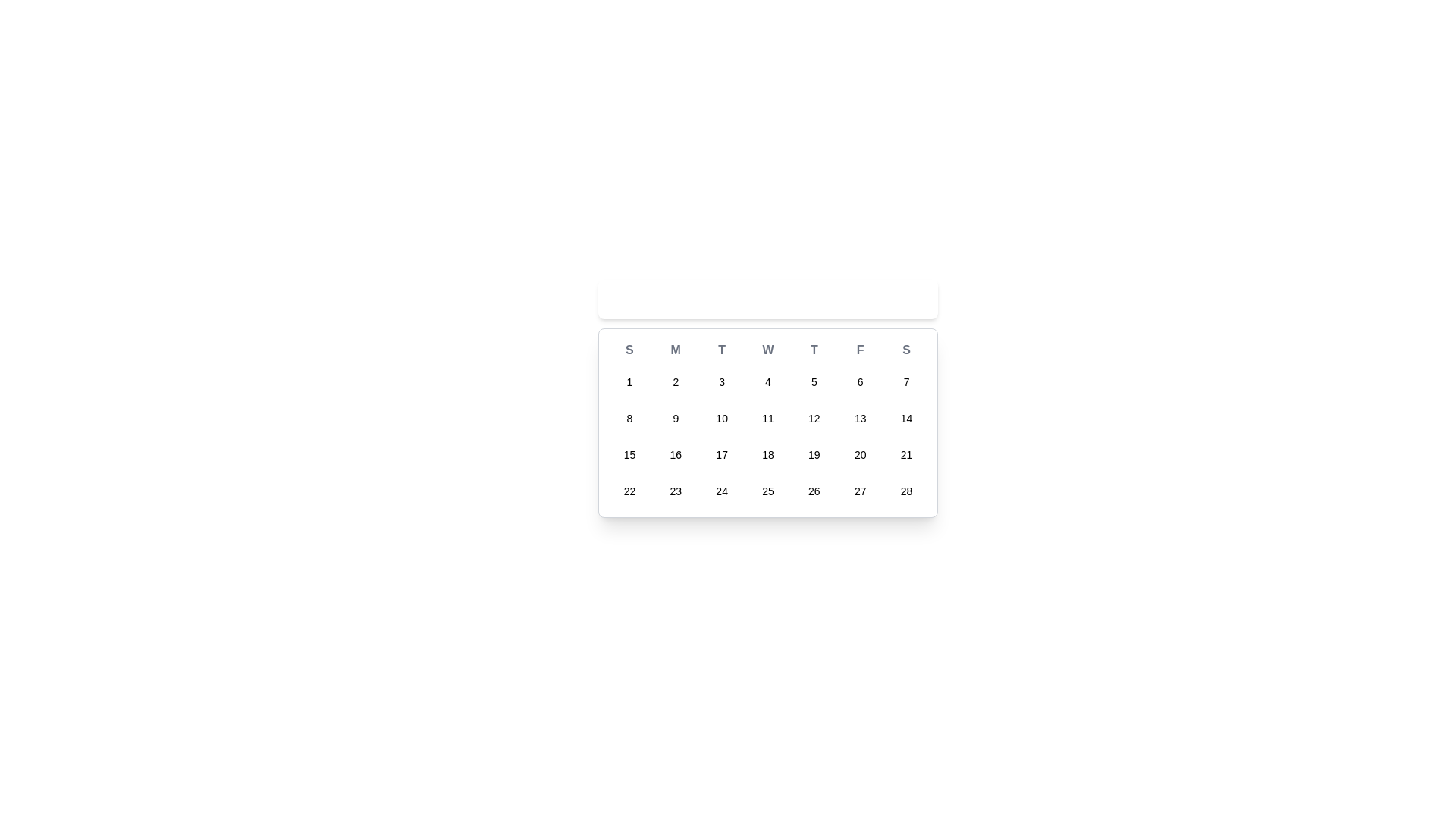 The image size is (1456, 819). What do you see at coordinates (859, 454) in the screenshot?
I see `the interactive calendar day cell representing the number '20'` at bounding box center [859, 454].